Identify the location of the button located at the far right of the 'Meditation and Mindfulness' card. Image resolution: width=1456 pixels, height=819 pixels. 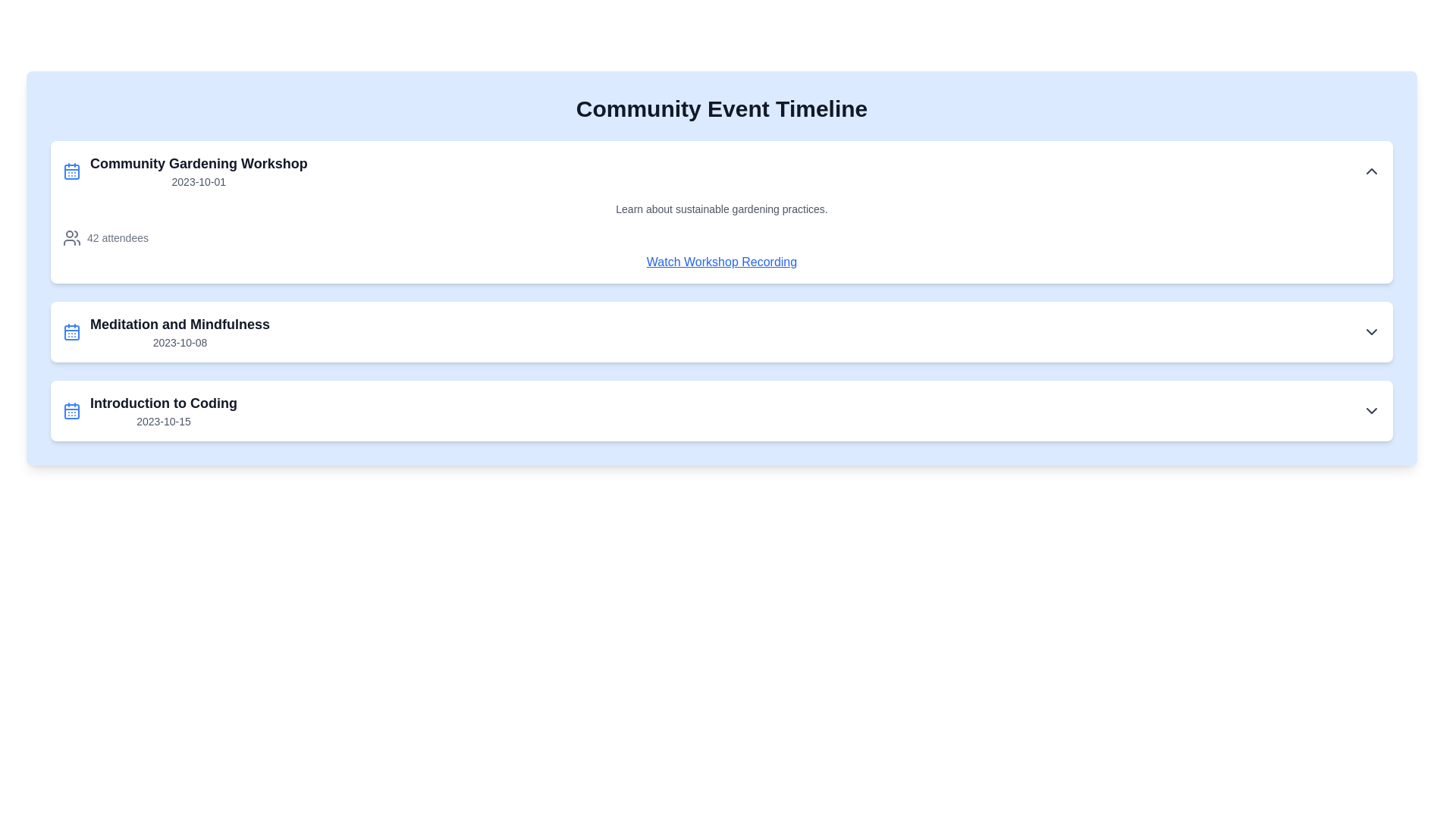
(1372, 331).